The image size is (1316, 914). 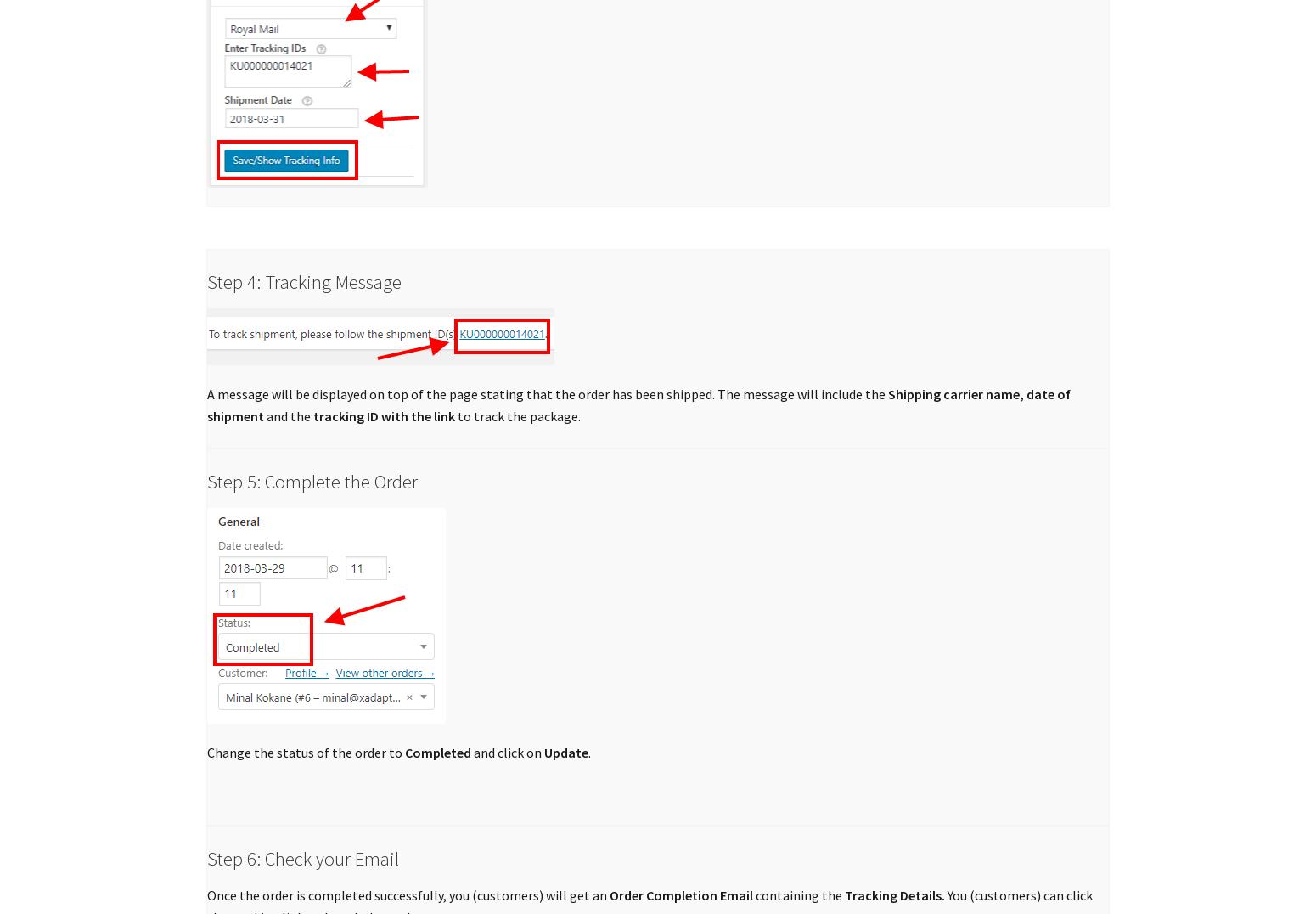 What do you see at coordinates (263, 415) in the screenshot?
I see `'and the'` at bounding box center [263, 415].